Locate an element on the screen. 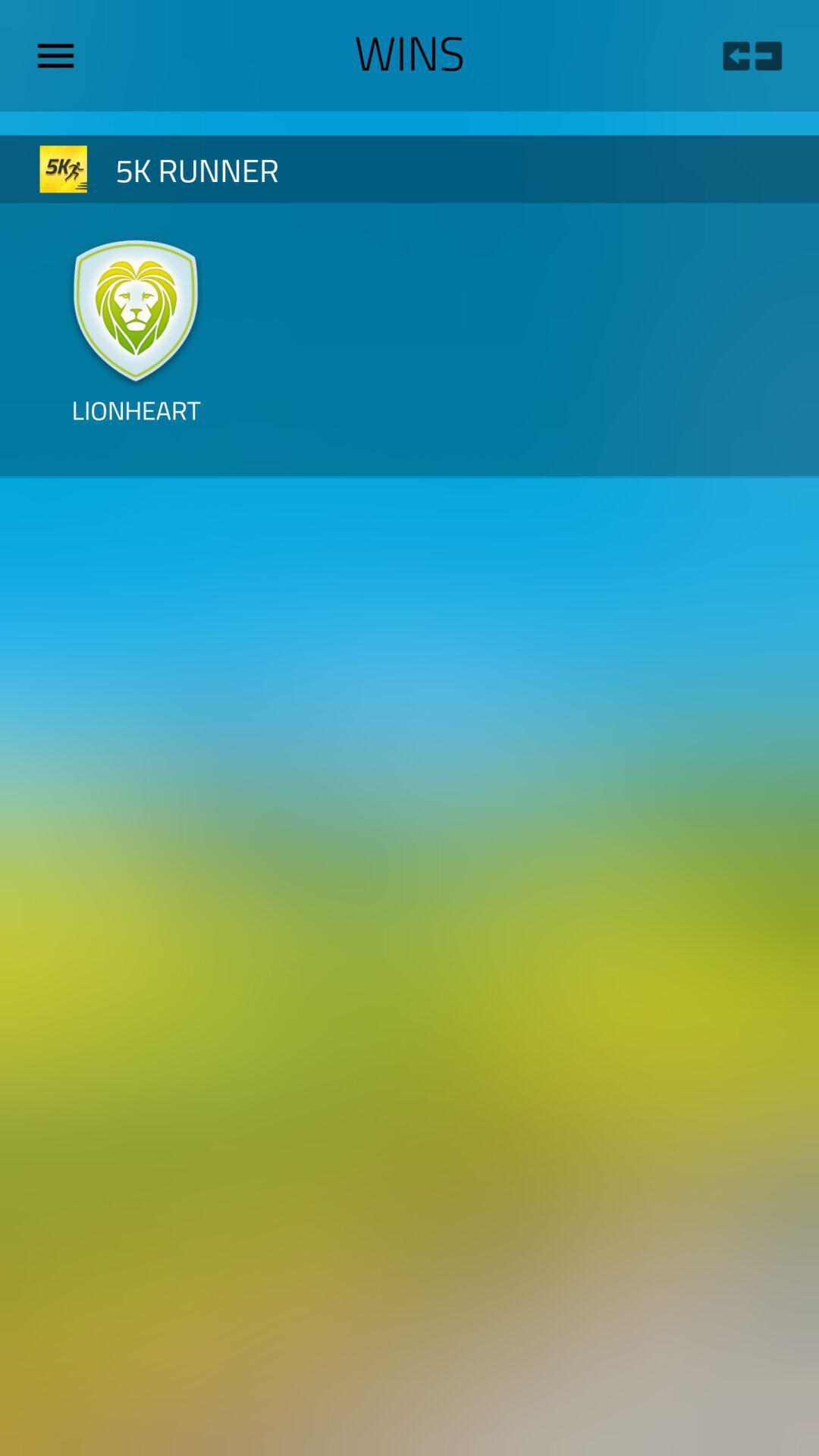 Image resolution: width=819 pixels, height=1456 pixels. the icon to the left of the wins is located at coordinates (61, 55).